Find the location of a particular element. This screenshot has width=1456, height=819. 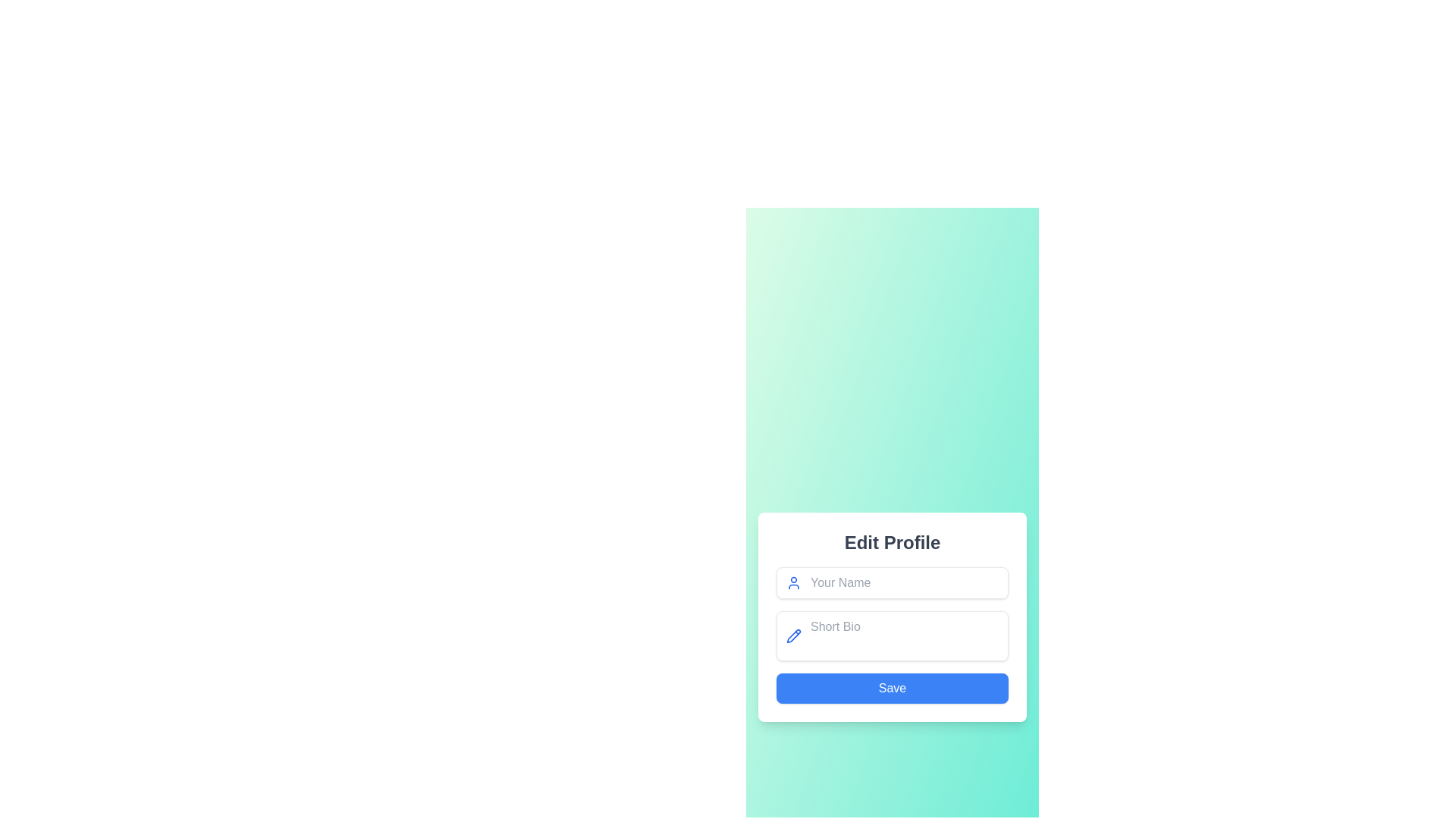

the editing icon located to the left of the 'Short Bio' text input field is located at coordinates (792, 636).